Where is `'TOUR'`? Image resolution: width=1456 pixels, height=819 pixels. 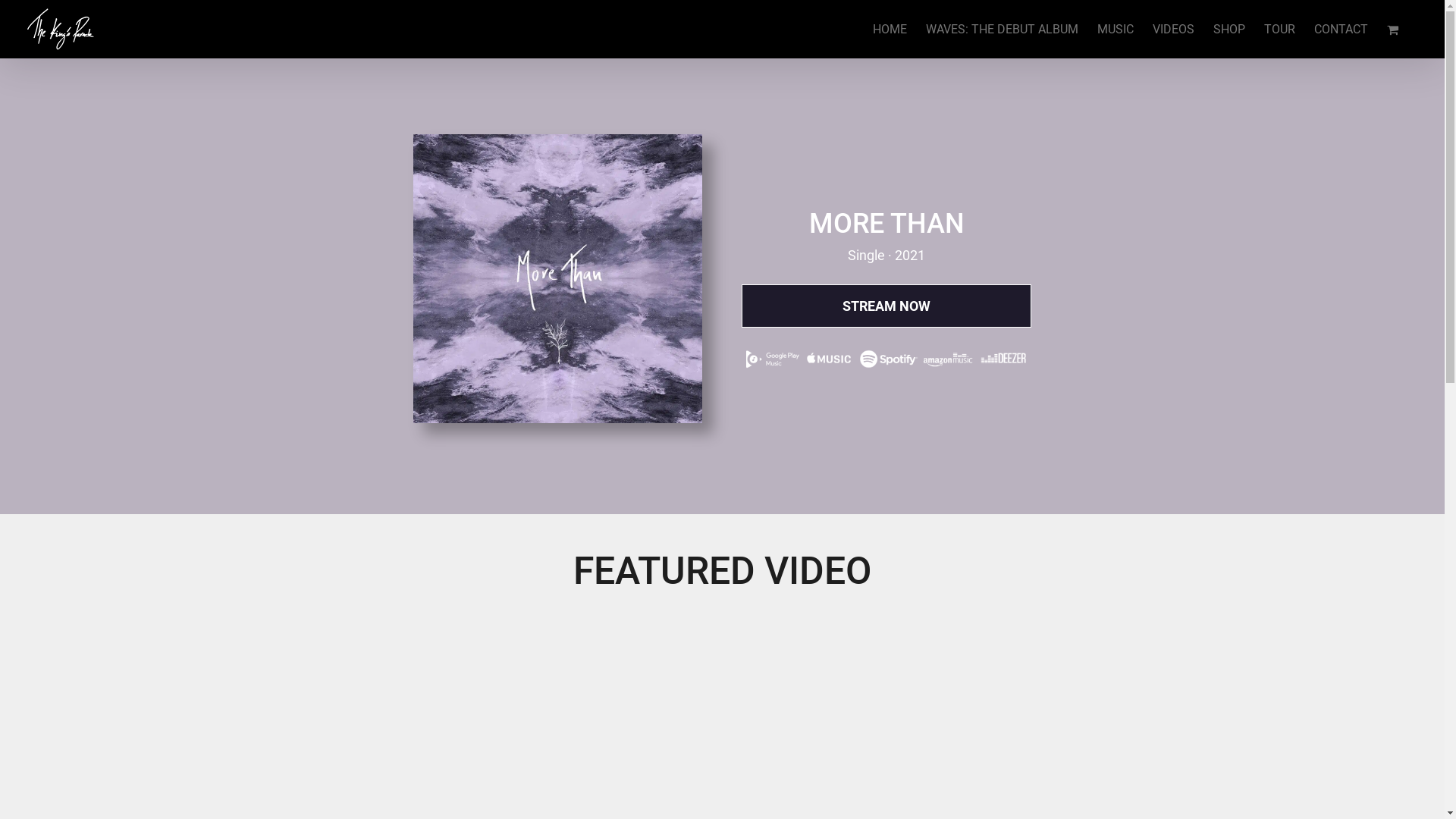
'TOUR' is located at coordinates (1263, 29).